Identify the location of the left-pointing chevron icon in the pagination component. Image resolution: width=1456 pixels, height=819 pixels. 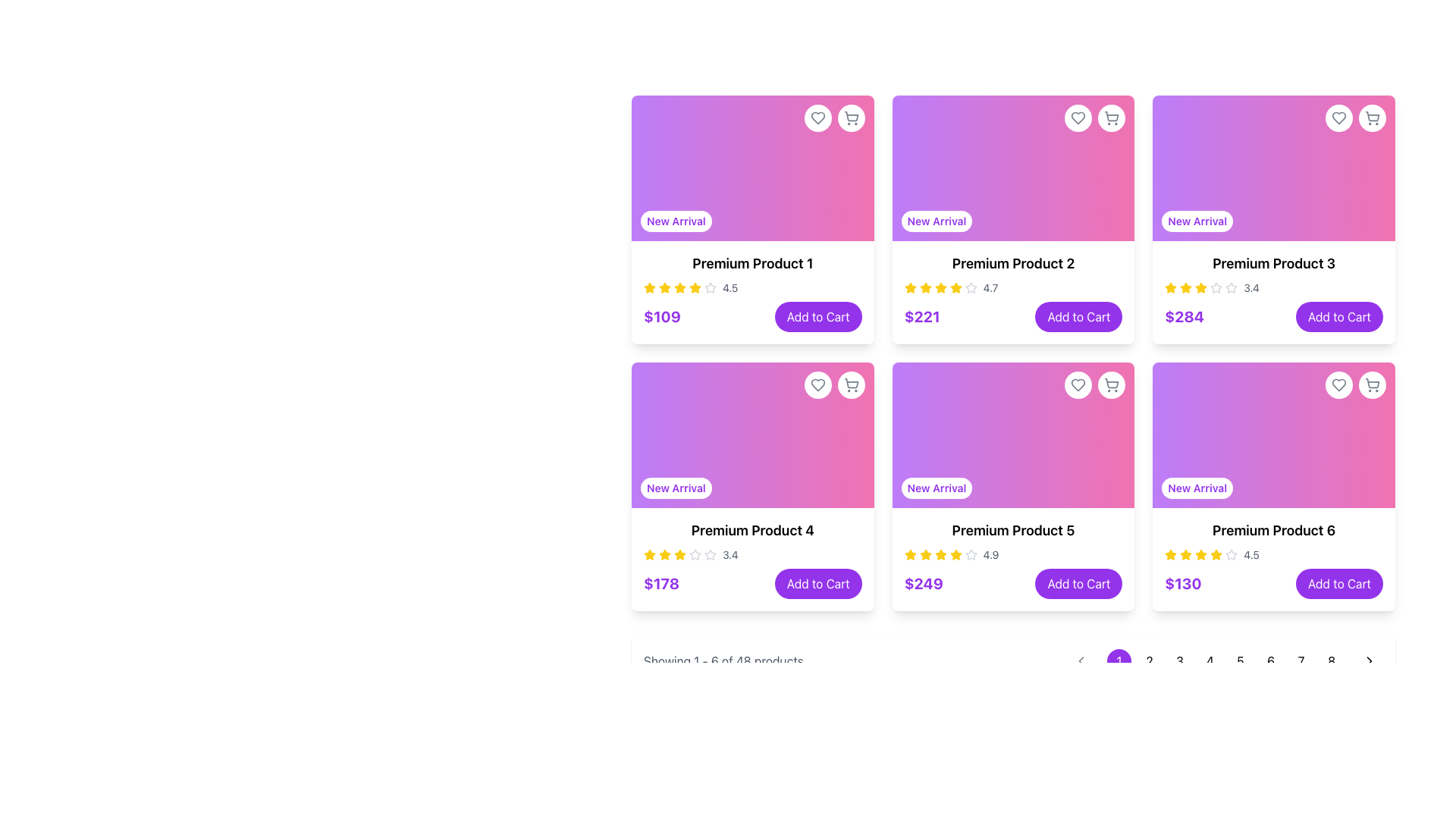
(1080, 660).